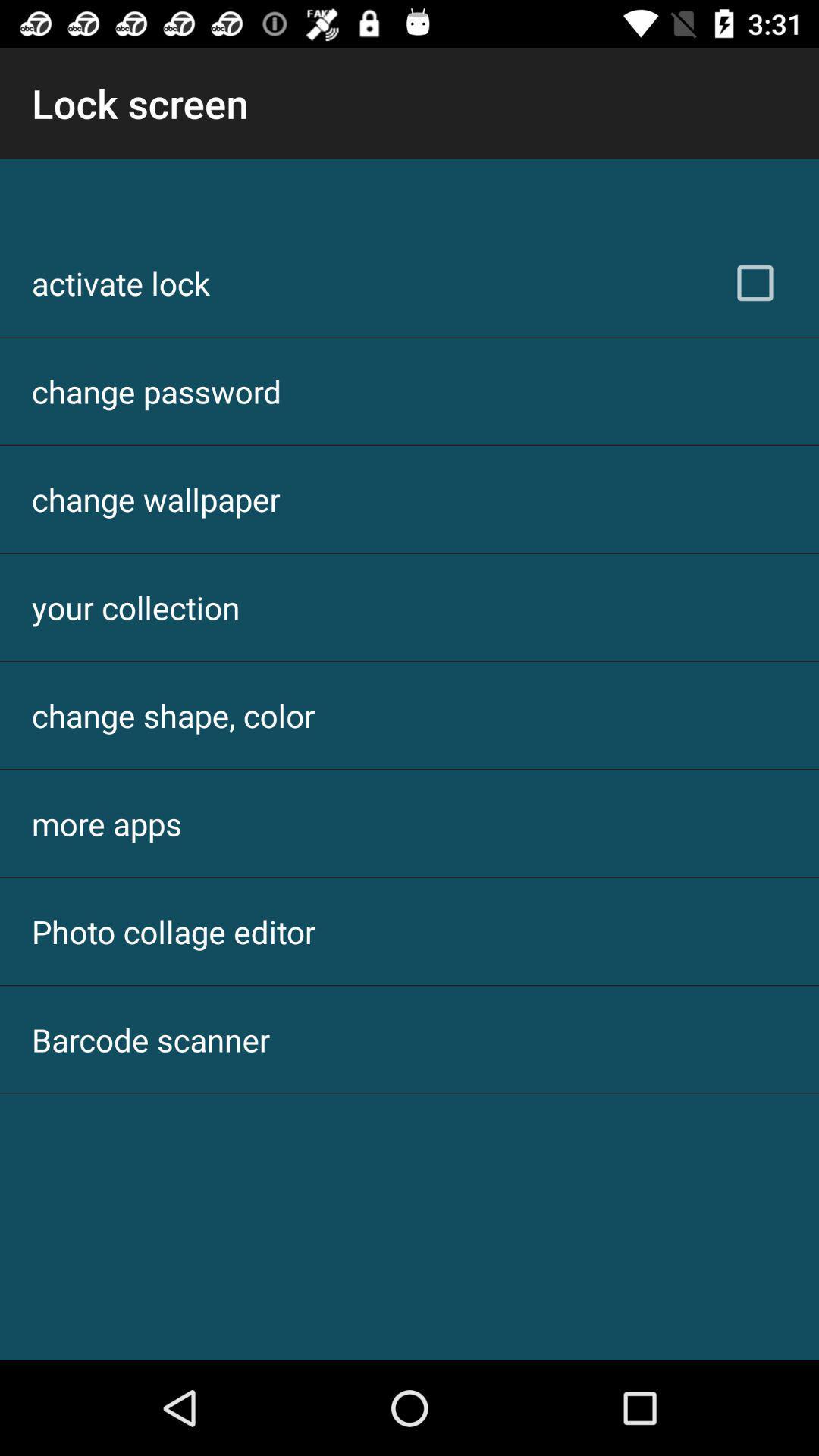 Image resolution: width=819 pixels, height=1456 pixels. I want to click on item below lock screen app, so click(120, 283).